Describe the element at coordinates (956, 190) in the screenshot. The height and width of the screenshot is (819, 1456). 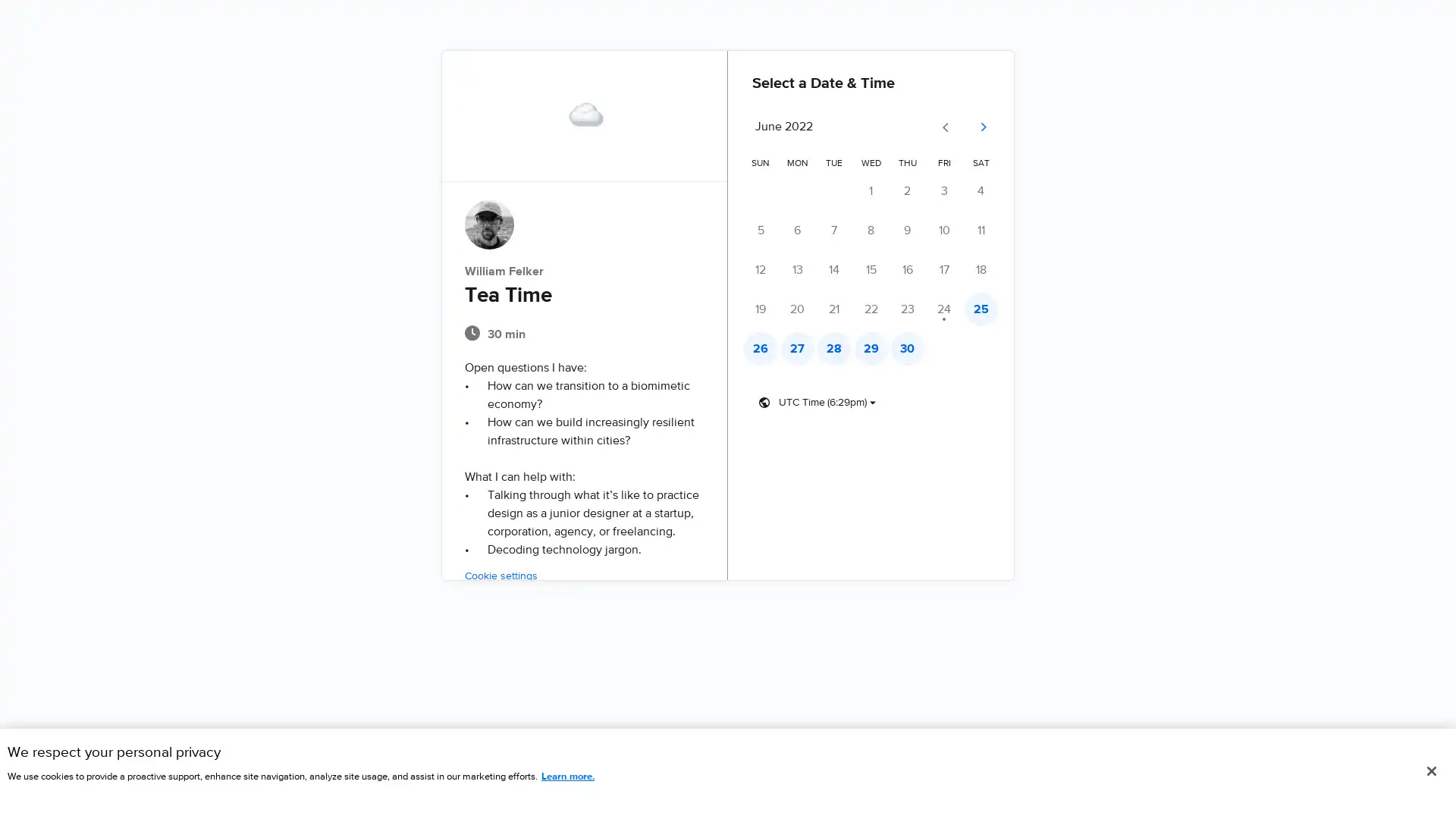
I see `Friday, June 3 - No times available` at that location.